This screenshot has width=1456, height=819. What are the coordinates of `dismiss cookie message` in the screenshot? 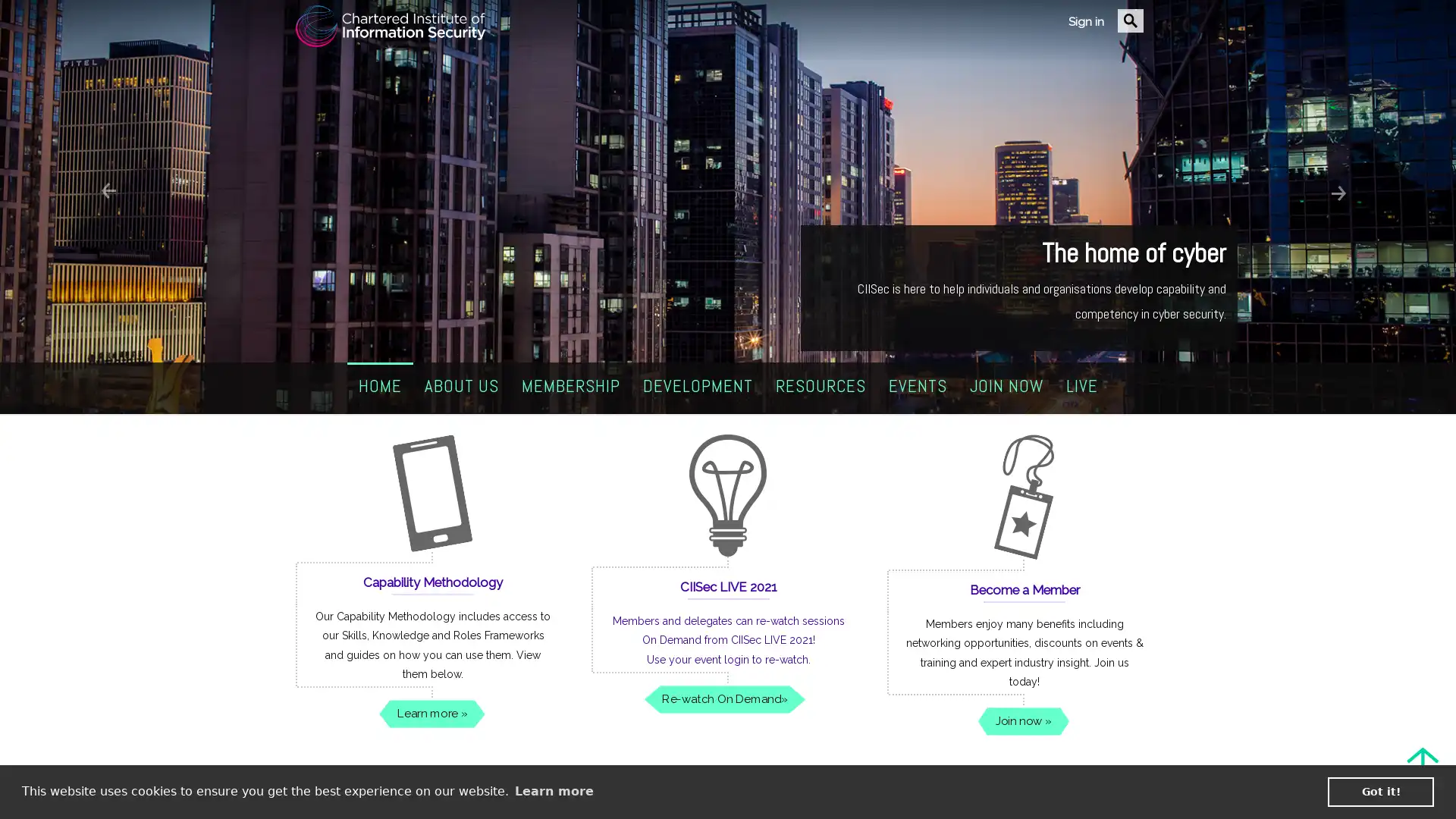 It's located at (1380, 791).